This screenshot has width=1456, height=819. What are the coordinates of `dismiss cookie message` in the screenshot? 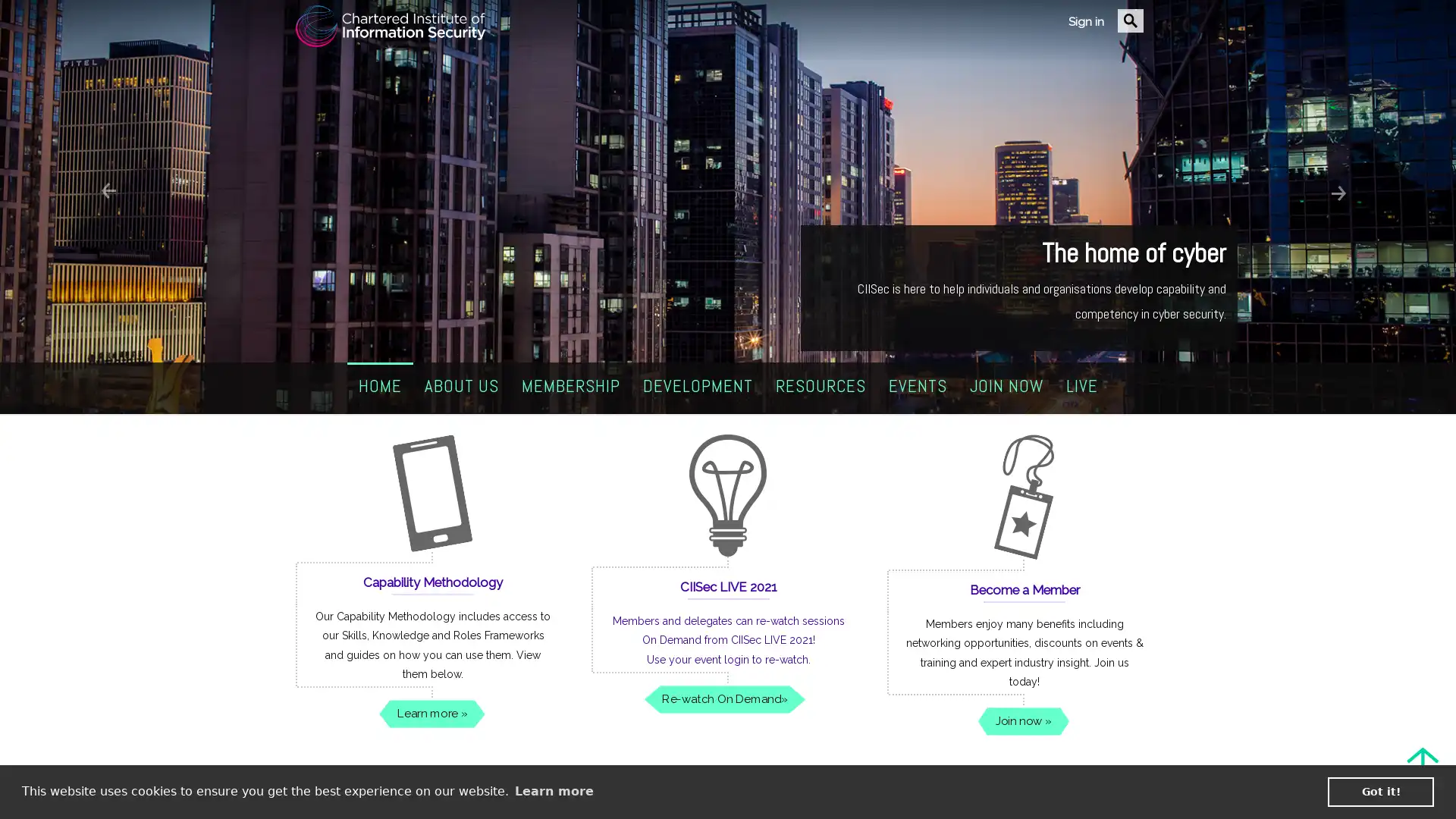 It's located at (1380, 791).